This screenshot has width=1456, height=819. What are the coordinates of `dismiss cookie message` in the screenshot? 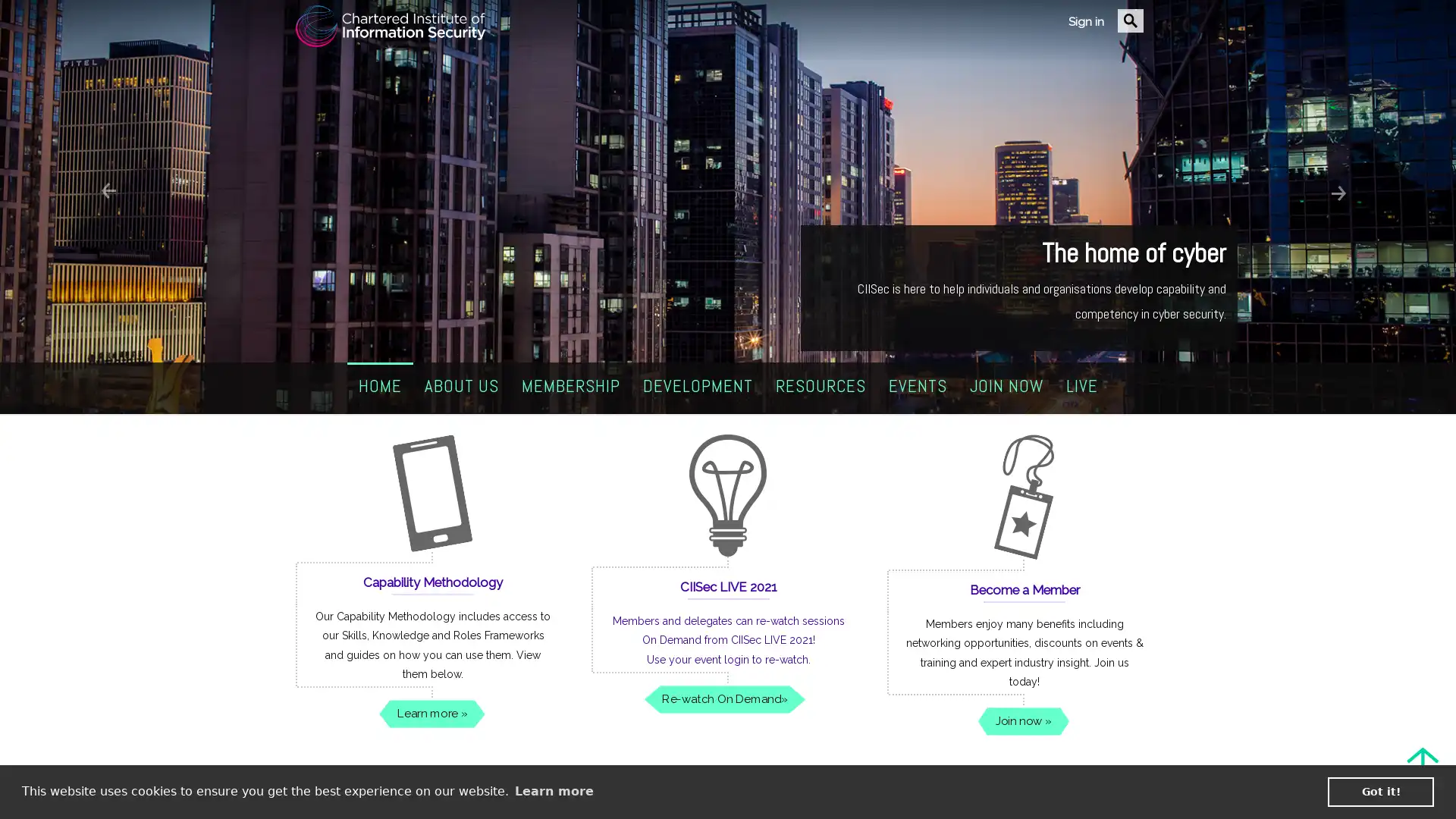 It's located at (1380, 791).